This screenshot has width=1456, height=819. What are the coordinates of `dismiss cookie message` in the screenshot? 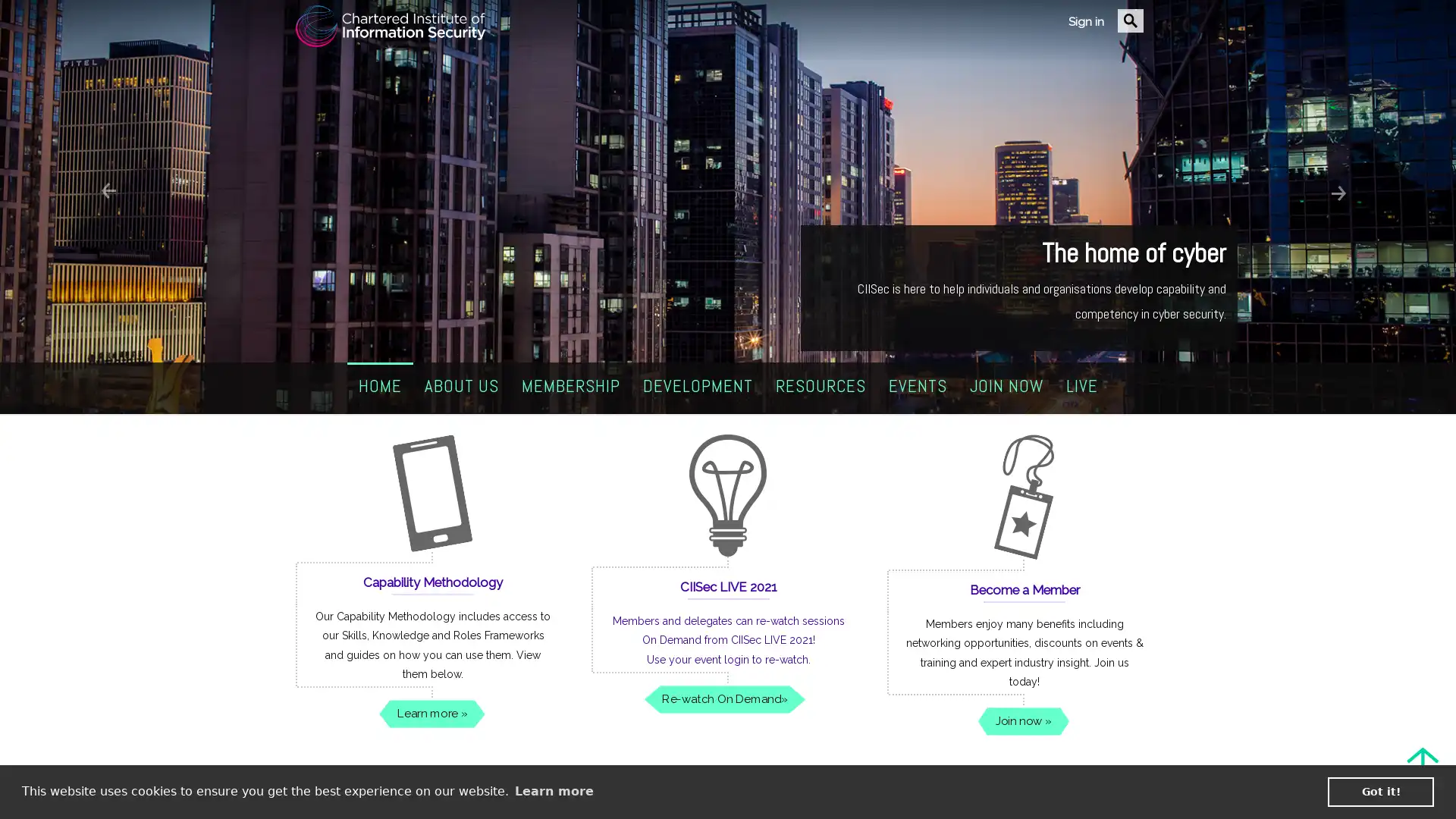 It's located at (1380, 791).